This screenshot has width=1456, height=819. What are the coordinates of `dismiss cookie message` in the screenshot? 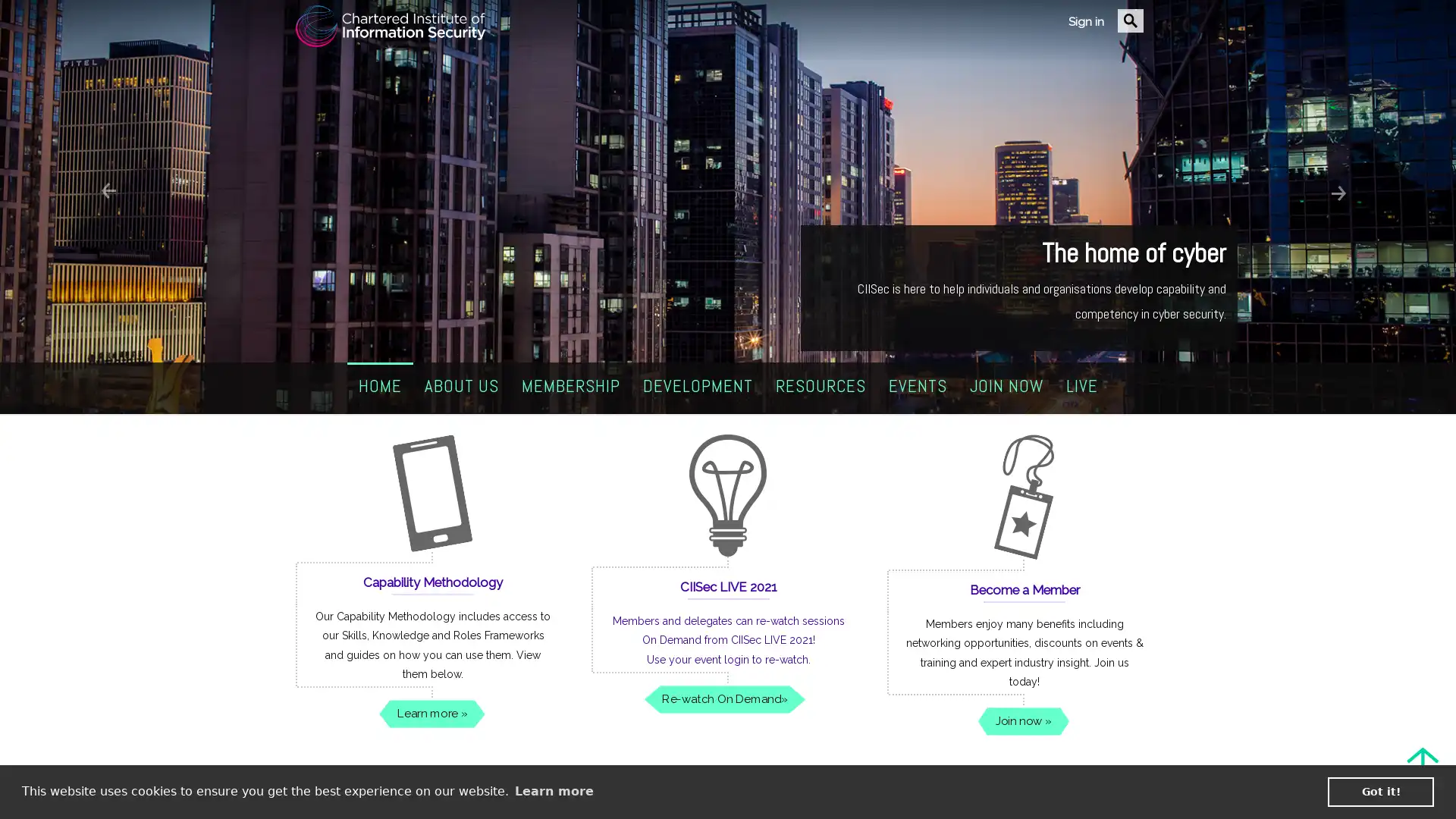 It's located at (1380, 791).